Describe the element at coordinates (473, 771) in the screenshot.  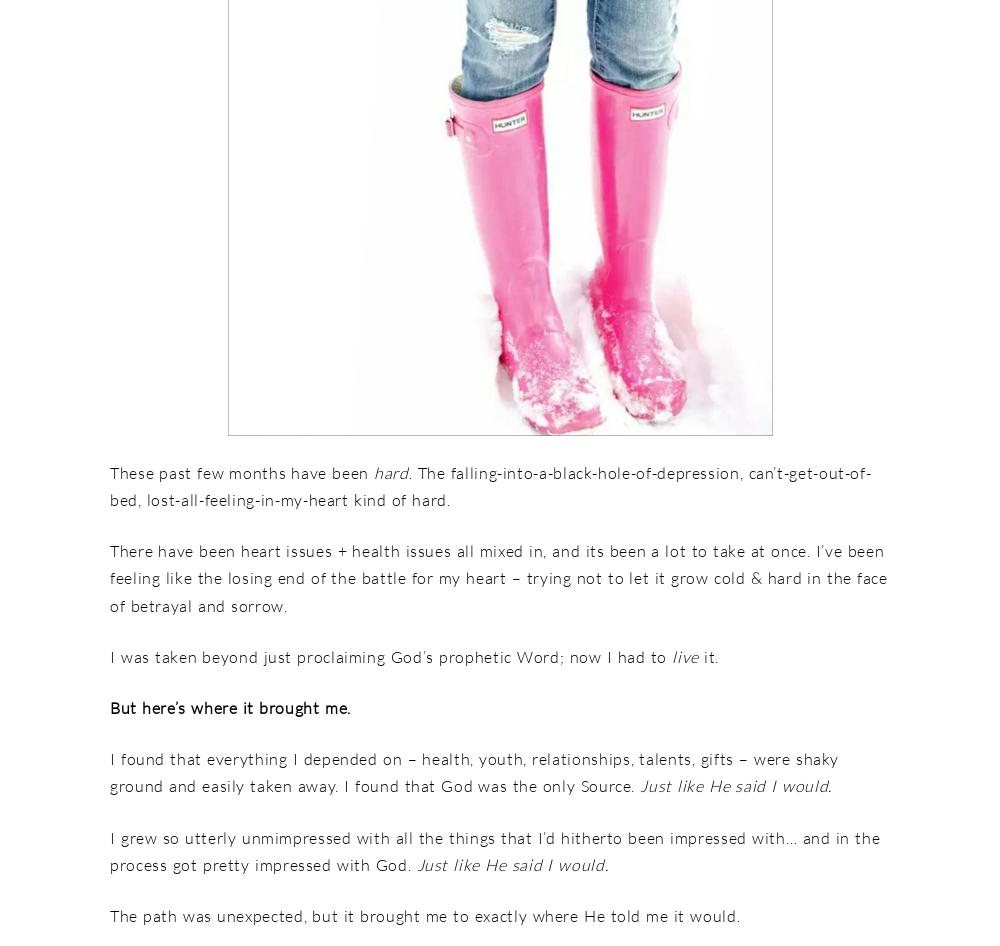
I see `'I found that everything I depended on – health, youth, relationships, talents, gifts – were shaky ground and easily taken away. I found that God was the only Source.'` at that location.